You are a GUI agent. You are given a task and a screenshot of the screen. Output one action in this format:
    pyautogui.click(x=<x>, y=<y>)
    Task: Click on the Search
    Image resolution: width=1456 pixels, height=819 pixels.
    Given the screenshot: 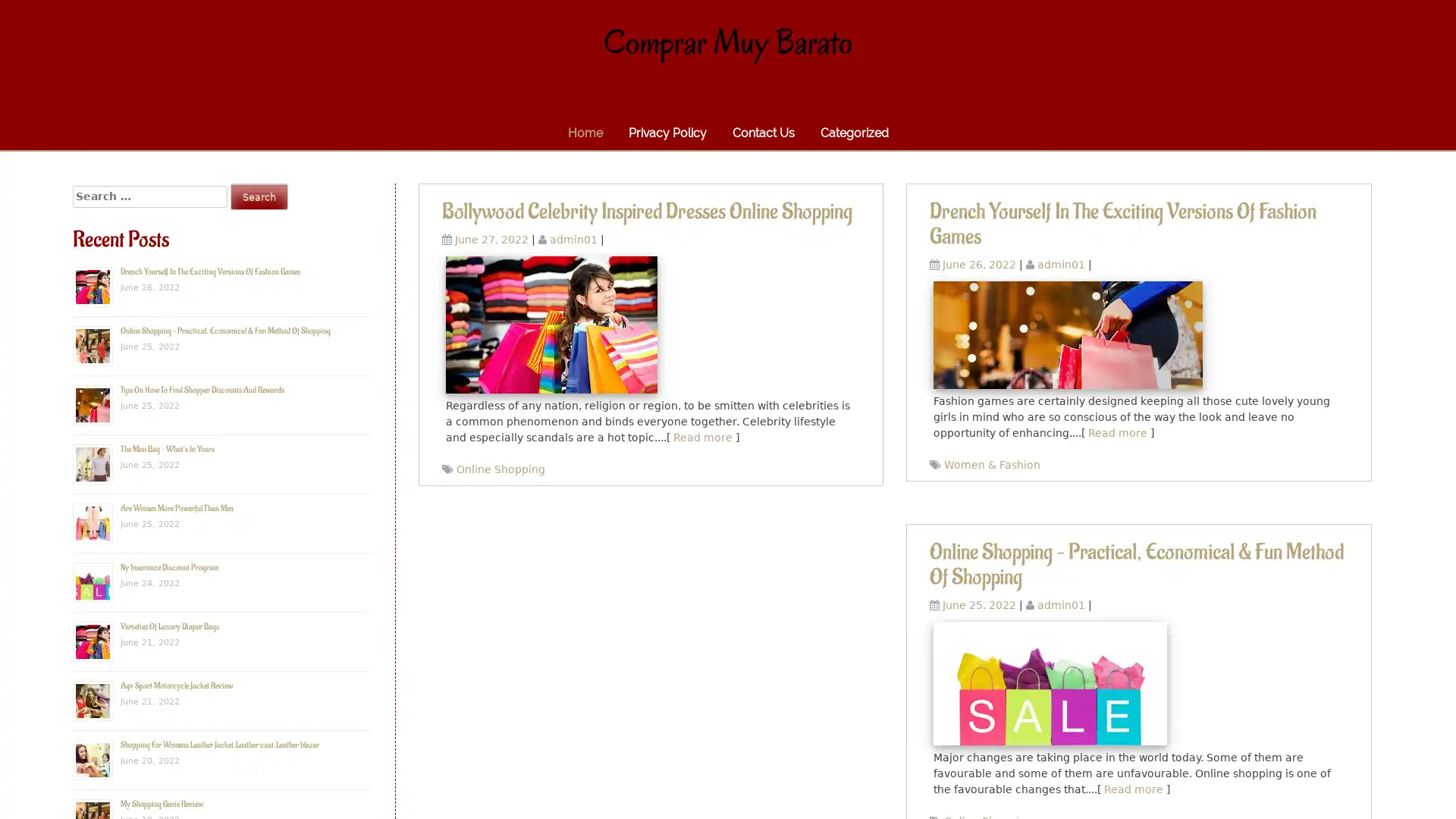 What is the action you would take?
    pyautogui.click(x=259, y=196)
    